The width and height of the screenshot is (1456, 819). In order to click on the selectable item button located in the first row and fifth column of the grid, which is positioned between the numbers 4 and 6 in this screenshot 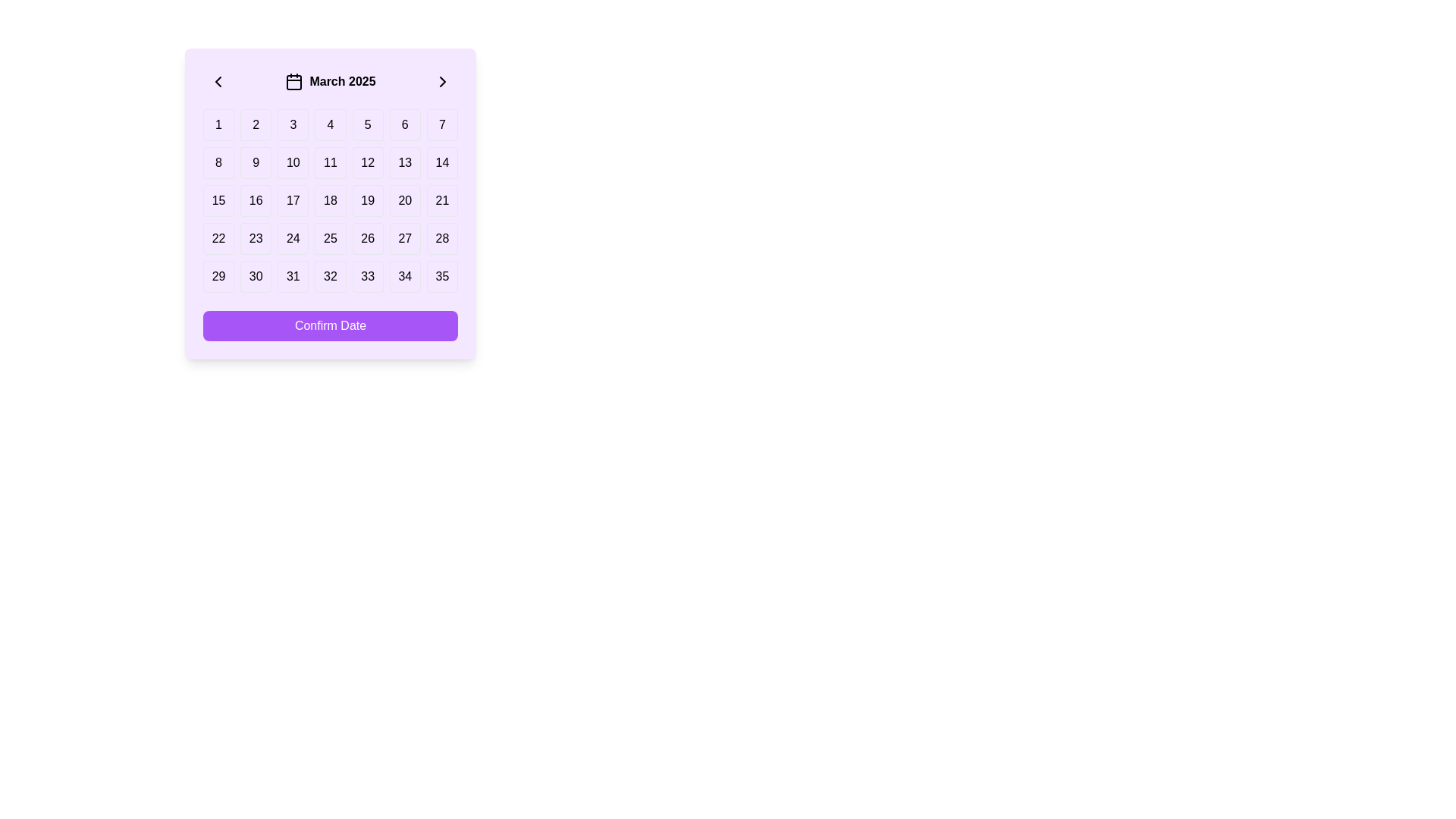, I will do `click(368, 124)`.